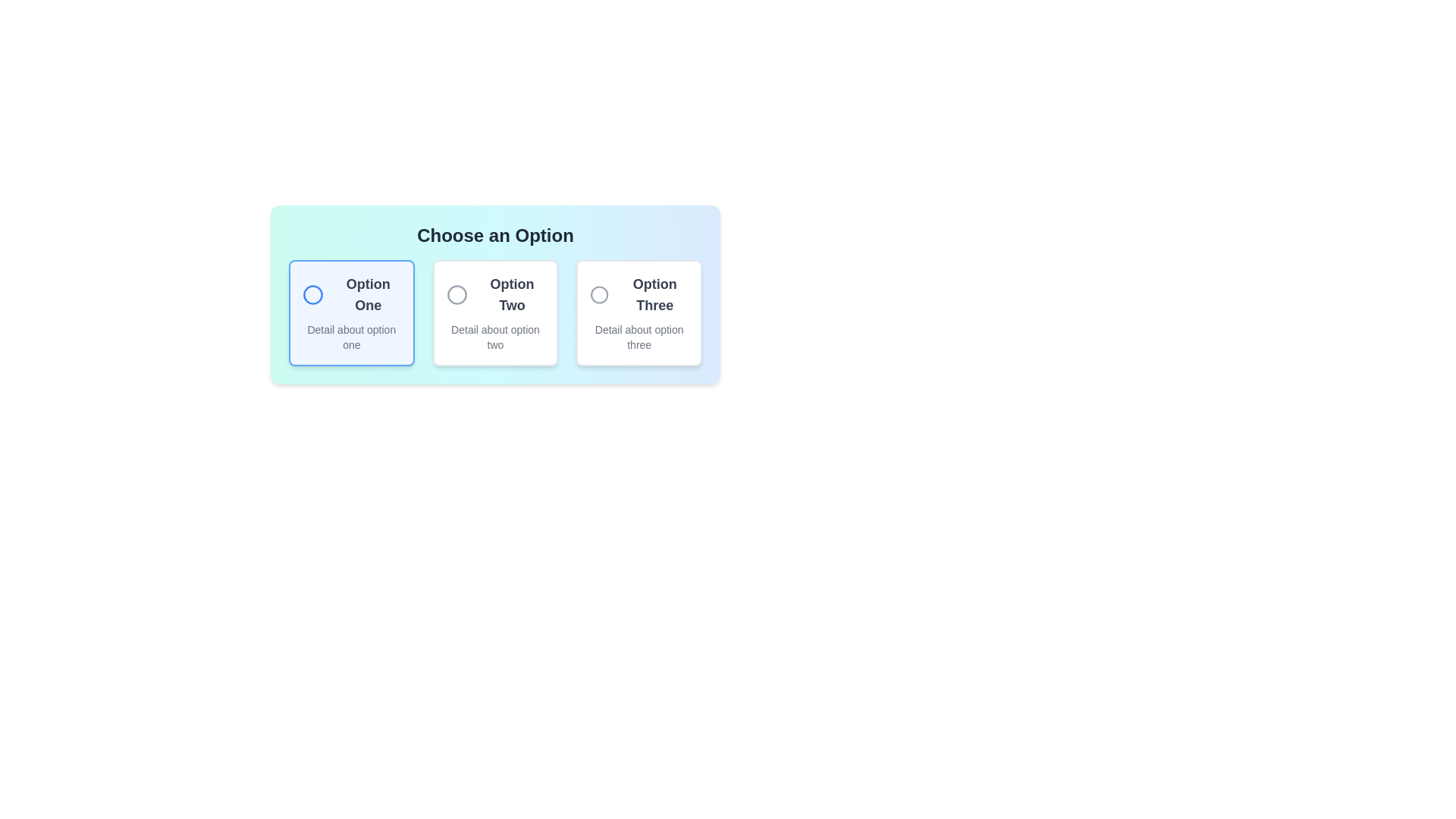 Image resolution: width=1456 pixels, height=819 pixels. Describe the element at coordinates (495, 295) in the screenshot. I see `the text label 'Option Two' within the Option Selector Component, which is prominently styled in bold, dark gray font, located in the central card of three options` at that location.